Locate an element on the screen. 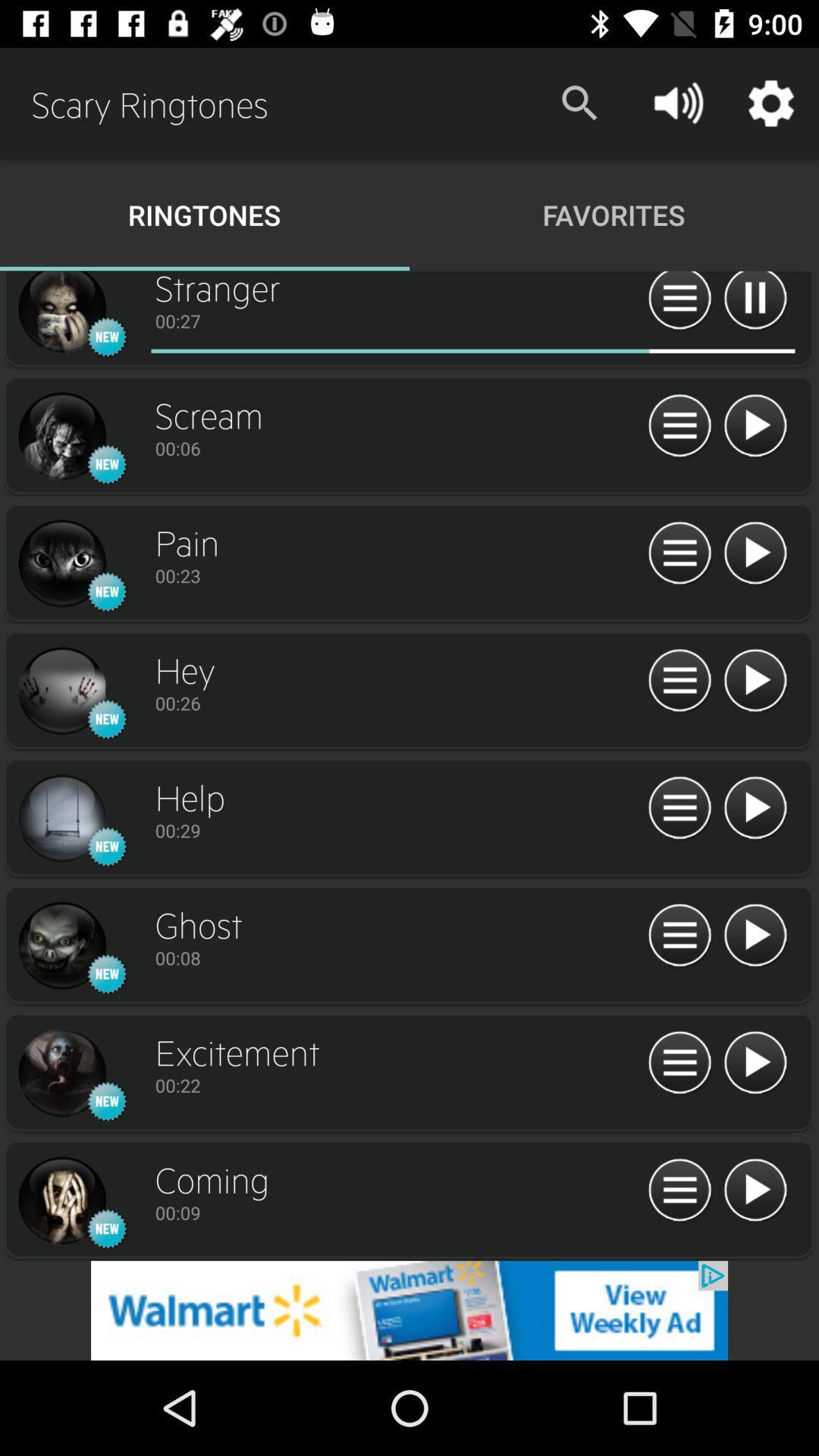 This screenshot has height=1456, width=819. excitement as your ringtone is located at coordinates (61, 1073).